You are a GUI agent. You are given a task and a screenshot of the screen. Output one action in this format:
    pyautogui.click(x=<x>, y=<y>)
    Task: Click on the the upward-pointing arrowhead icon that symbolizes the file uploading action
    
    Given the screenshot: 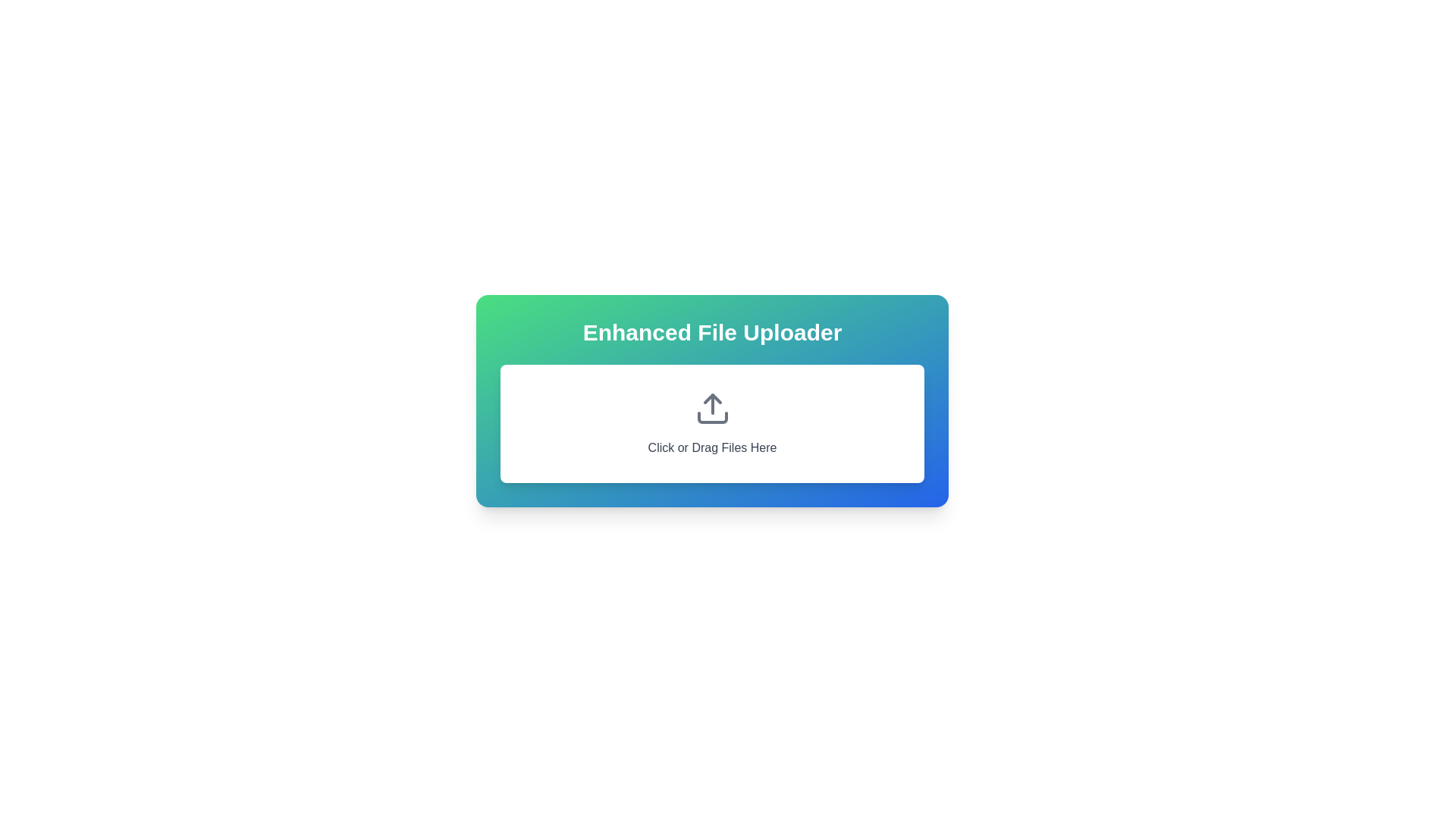 What is the action you would take?
    pyautogui.click(x=711, y=397)
    